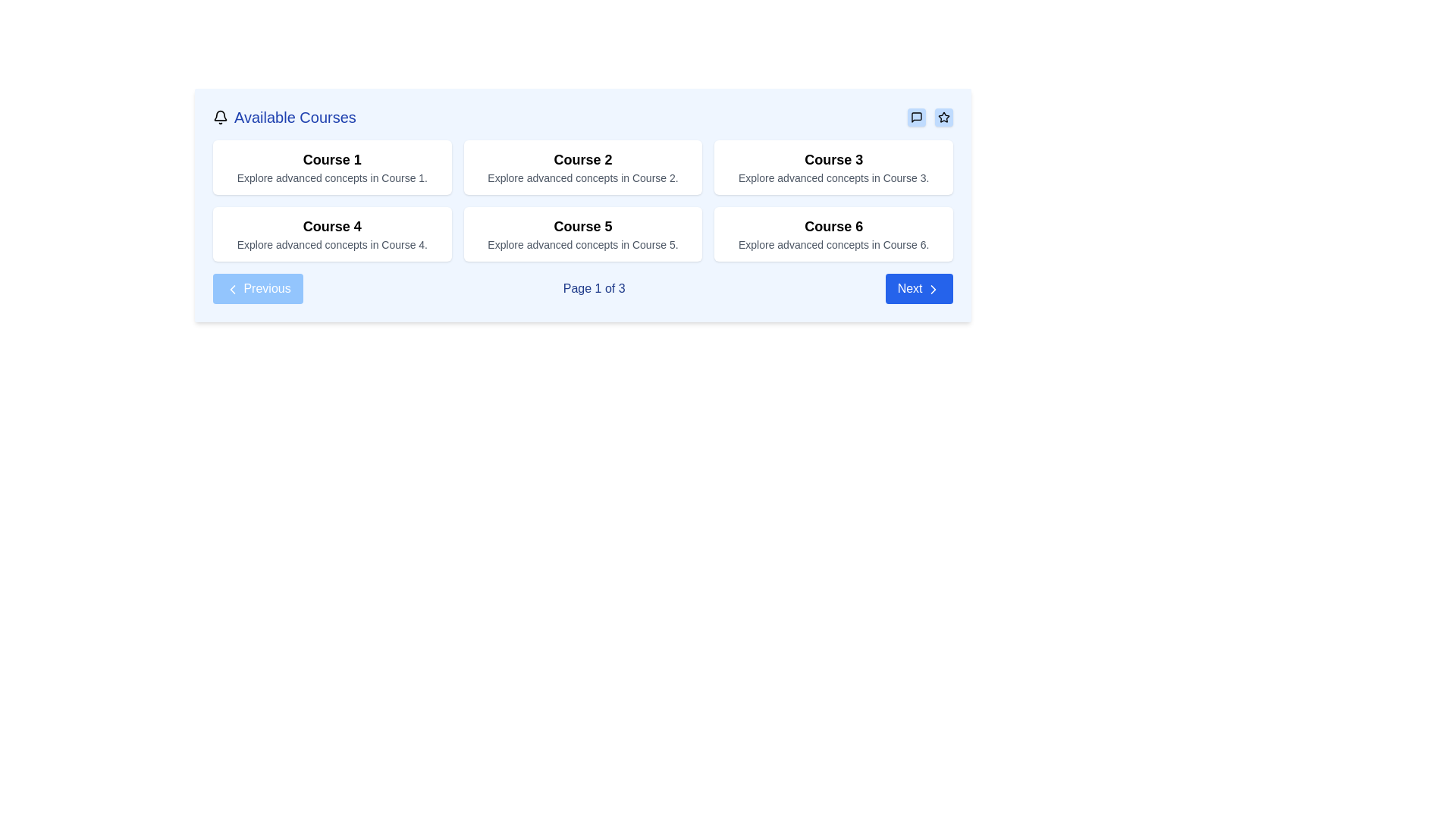 The image size is (1456, 819). What do you see at coordinates (331, 244) in the screenshot?
I see `the text label that reads 'Explore advanced concepts in Course 4', which is styled in light gray and located under the 'Course 4' label within the 'Available Courses' section` at bounding box center [331, 244].